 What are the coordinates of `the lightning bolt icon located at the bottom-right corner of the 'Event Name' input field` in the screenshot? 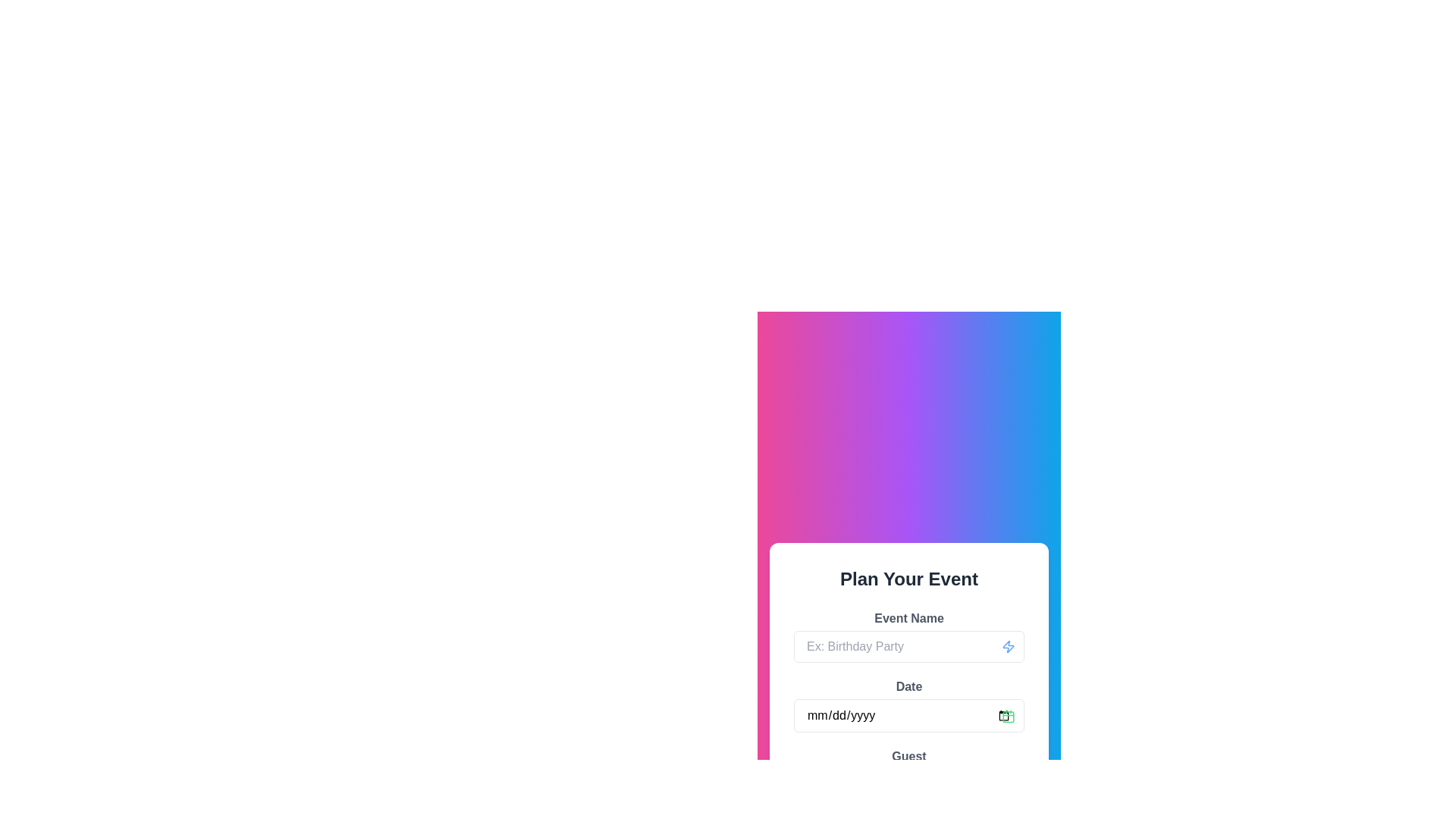 It's located at (1008, 646).